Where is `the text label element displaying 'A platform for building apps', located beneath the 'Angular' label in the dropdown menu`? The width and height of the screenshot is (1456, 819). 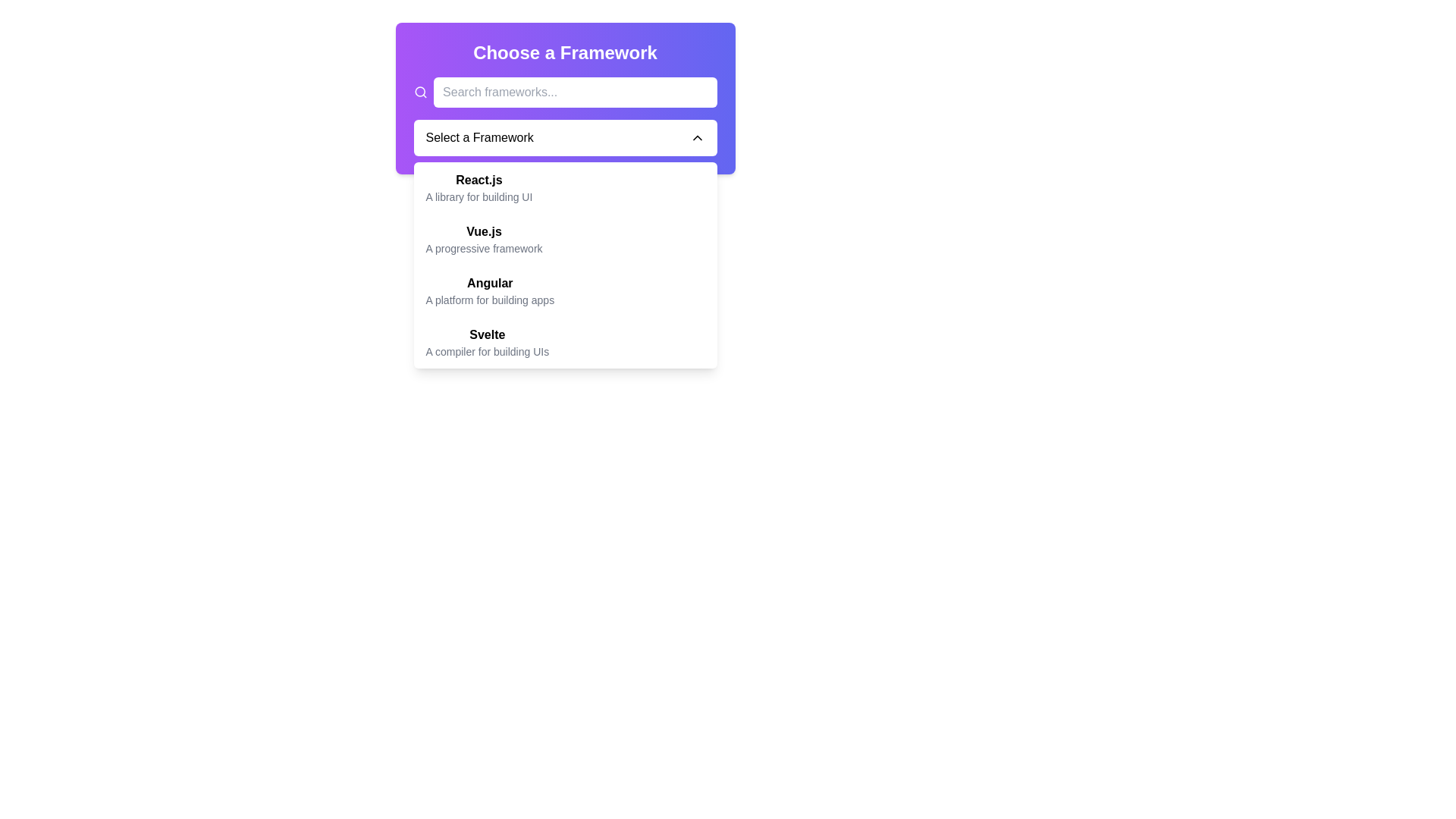
the text label element displaying 'A platform for building apps', located beneath the 'Angular' label in the dropdown menu is located at coordinates (490, 300).